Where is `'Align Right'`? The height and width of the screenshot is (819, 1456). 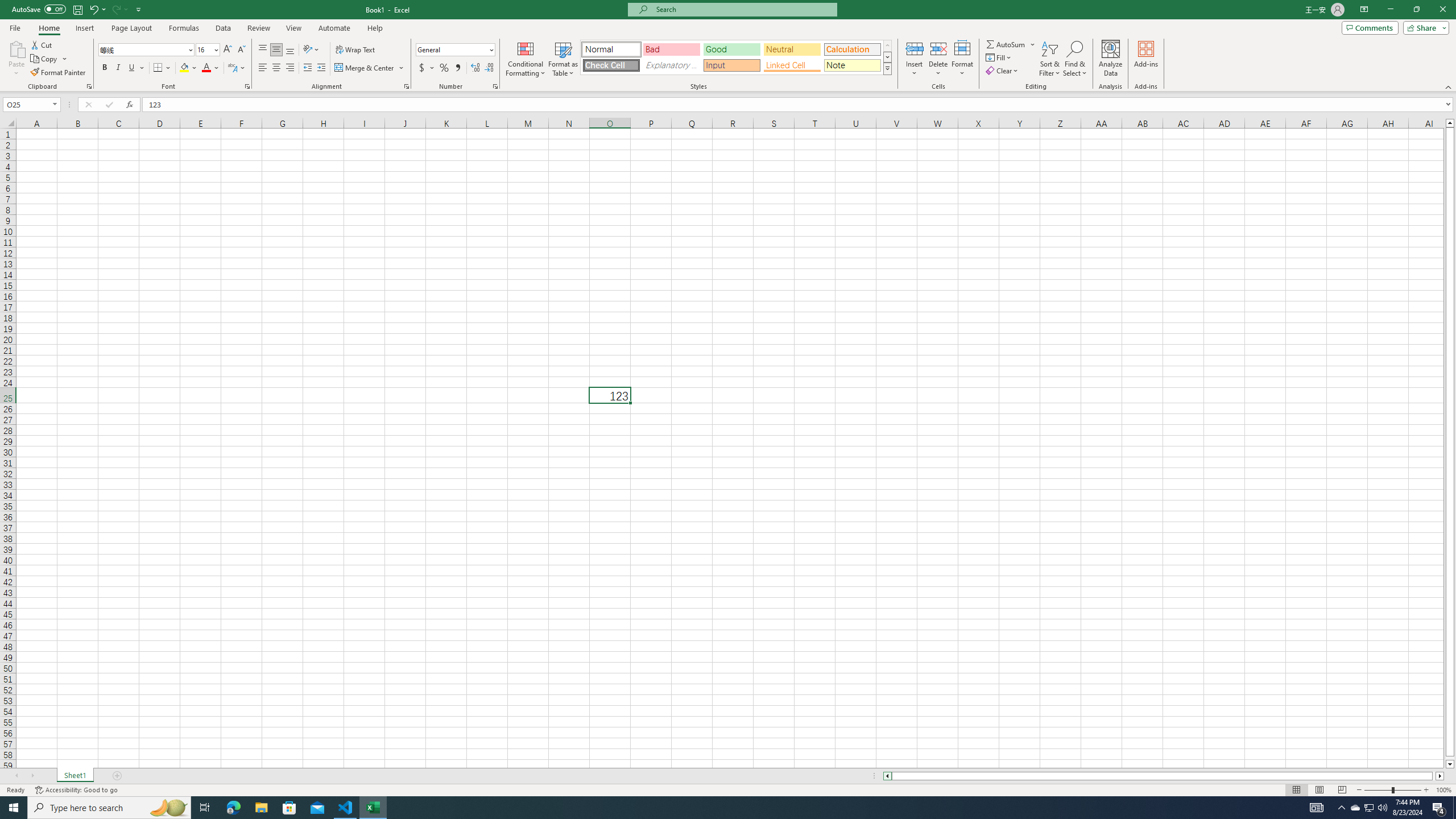
'Align Right' is located at coordinates (289, 67).